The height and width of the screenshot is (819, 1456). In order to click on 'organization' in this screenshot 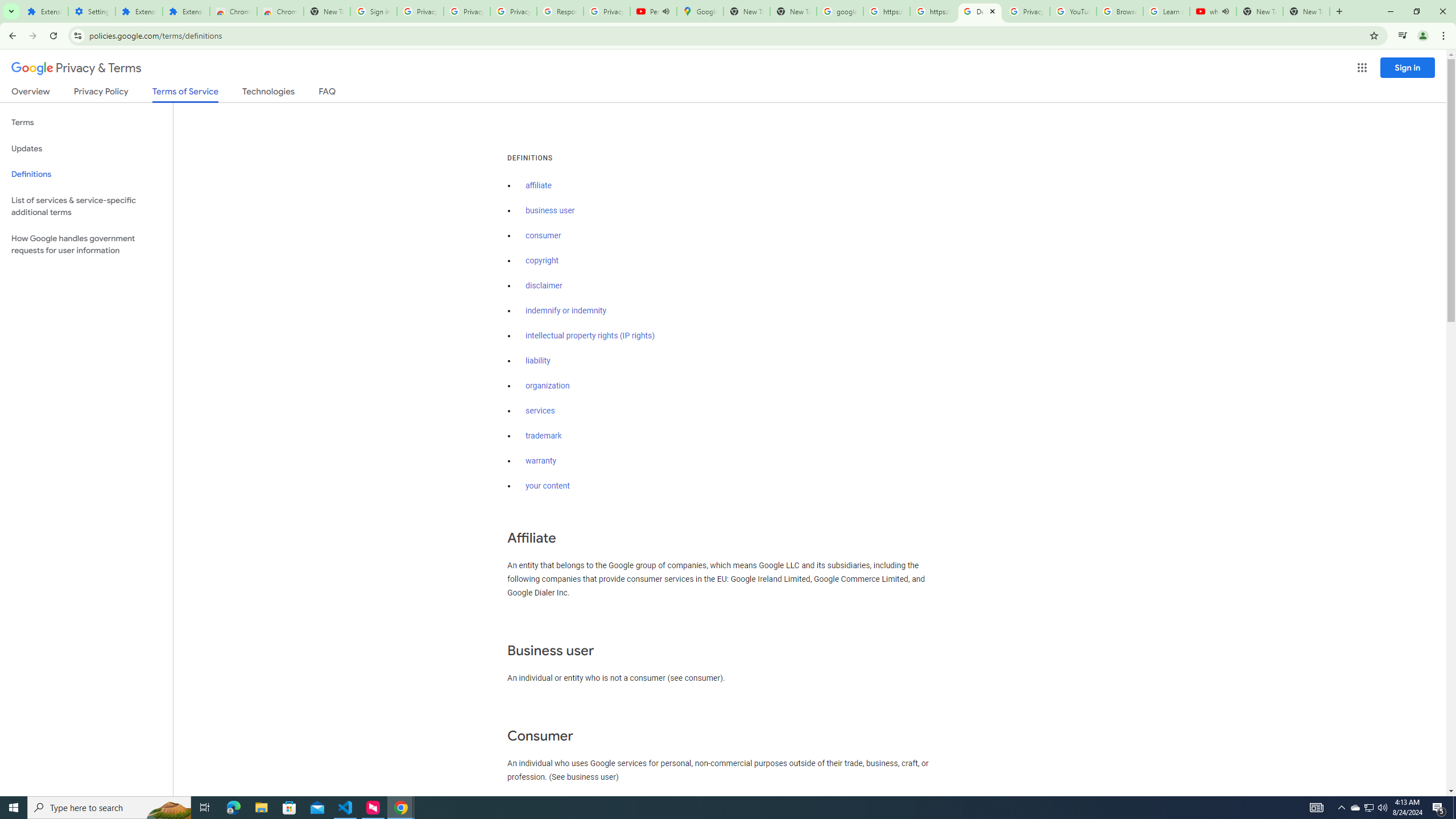, I will do `click(547, 385)`.